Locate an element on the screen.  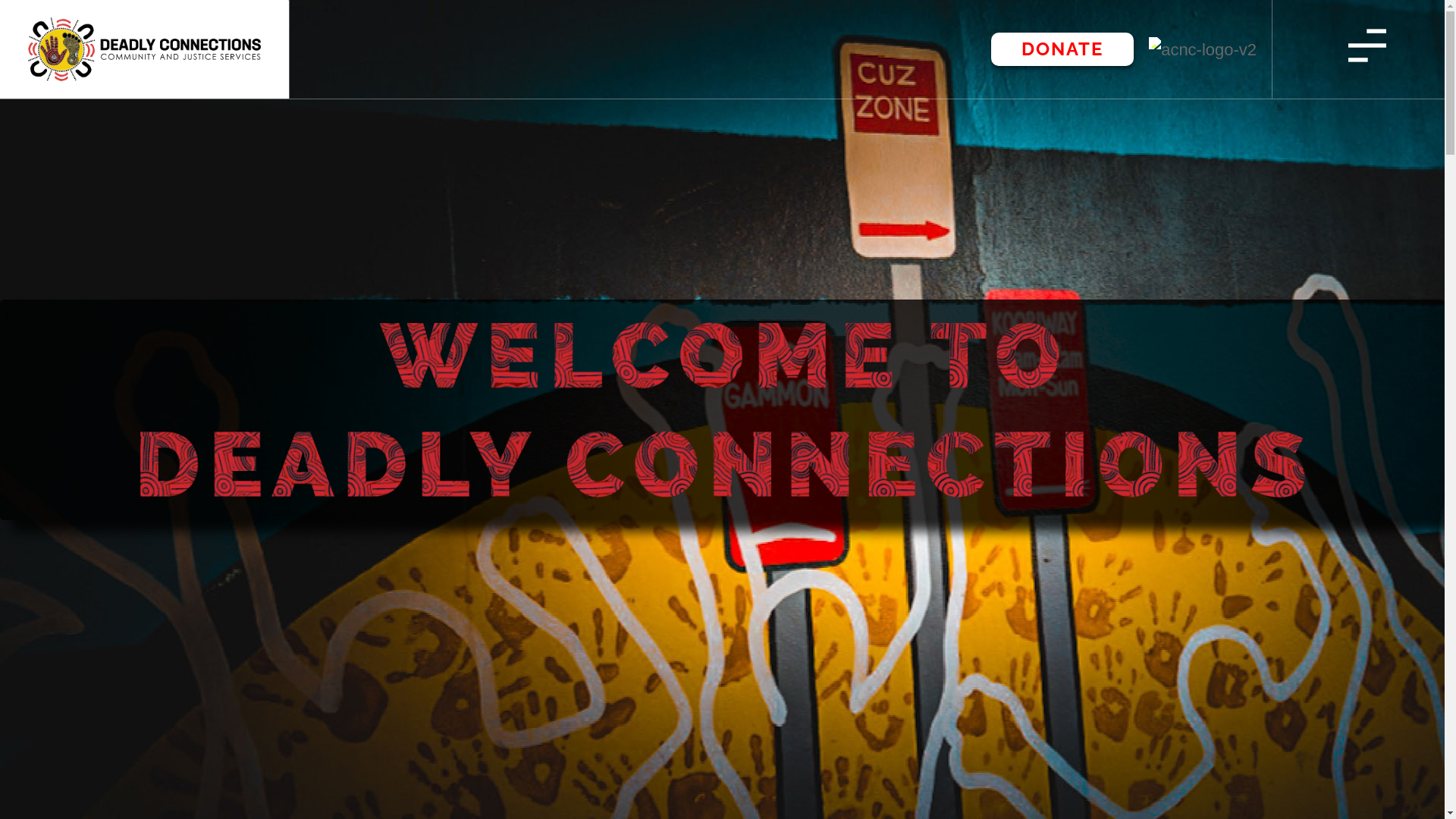
'DONATE' is located at coordinates (1062, 49).